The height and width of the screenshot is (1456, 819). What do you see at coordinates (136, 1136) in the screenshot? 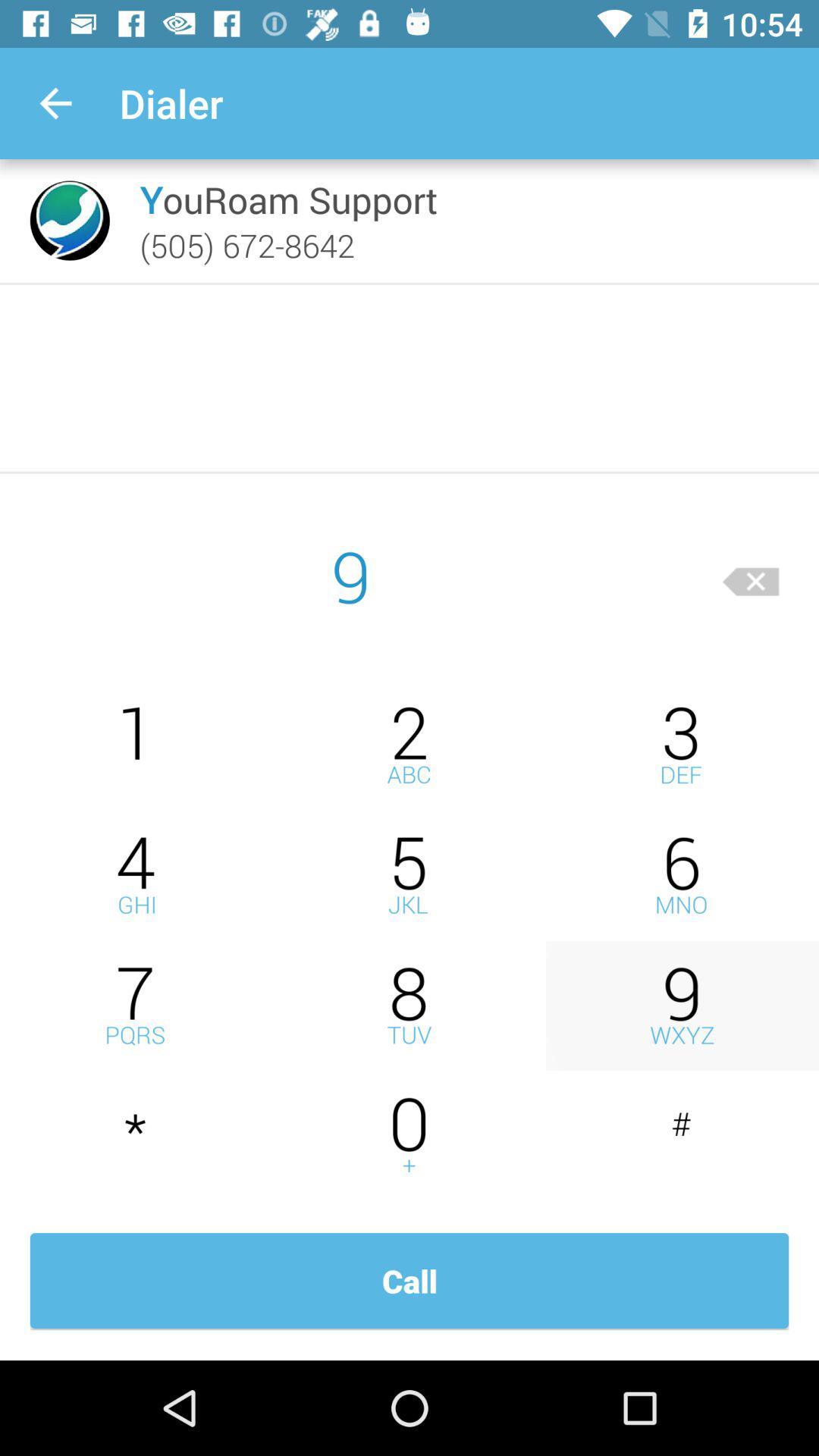
I see `dial star` at bounding box center [136, 1136].